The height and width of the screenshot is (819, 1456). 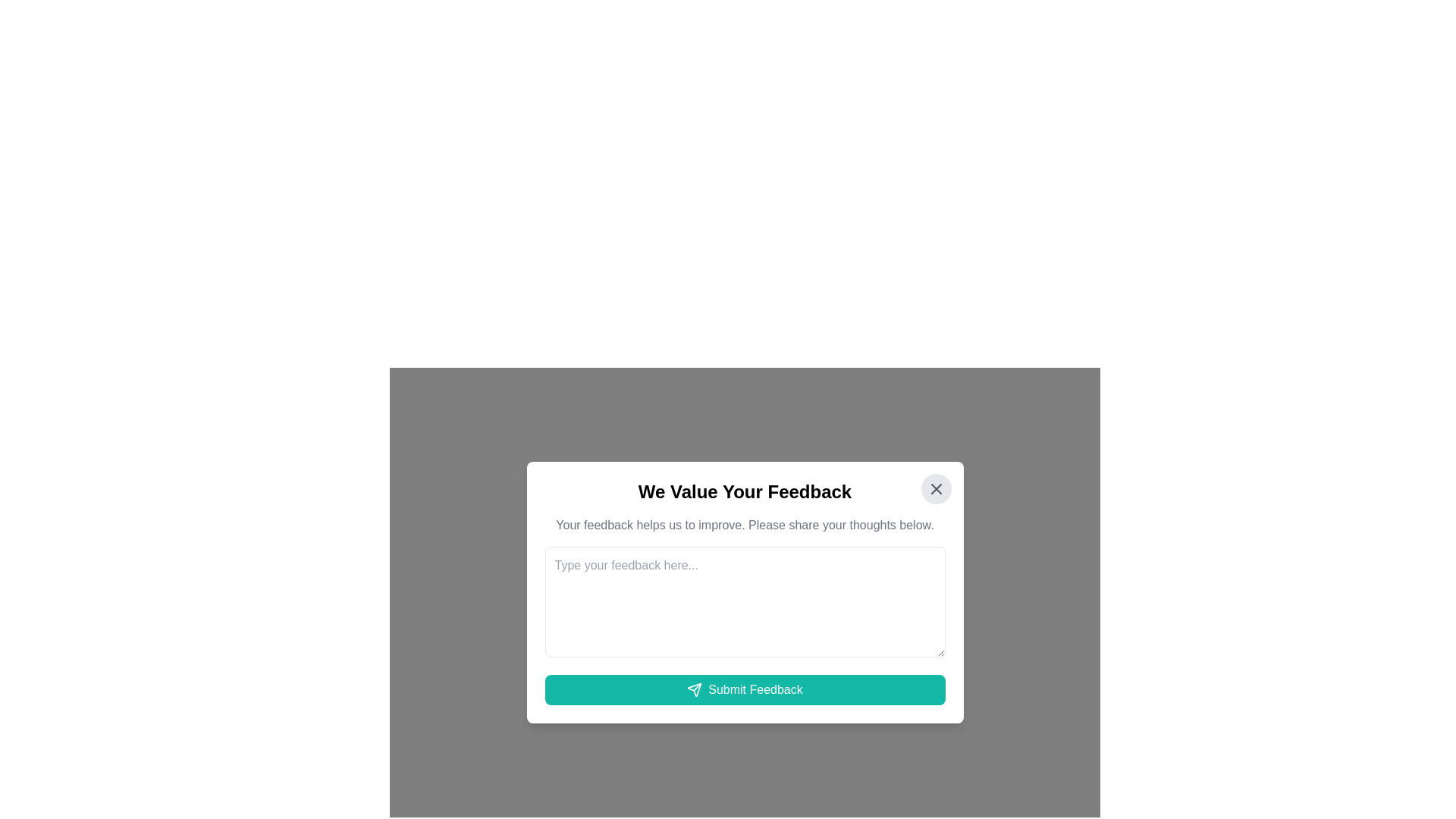 What do you see at coordinates (935, 488) in the screenshot?
I see `the circular close button with a light gray background and a darker gray 'X' icon` at bounding box center [935, 488].